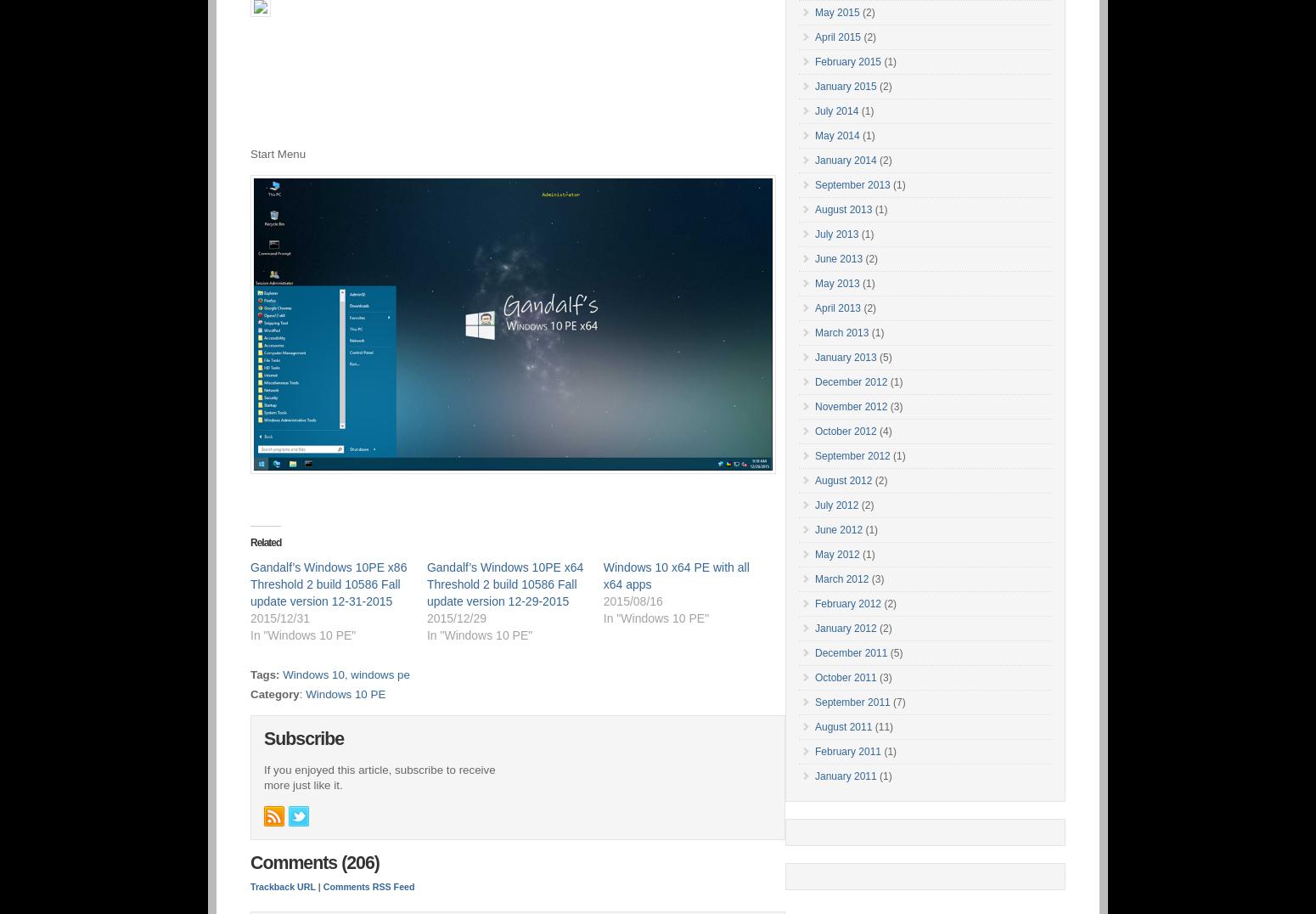  What do you see at coordinates (841, 331) in the screenshot?
I see `'March 2013'` at bounding box center [841, 331].